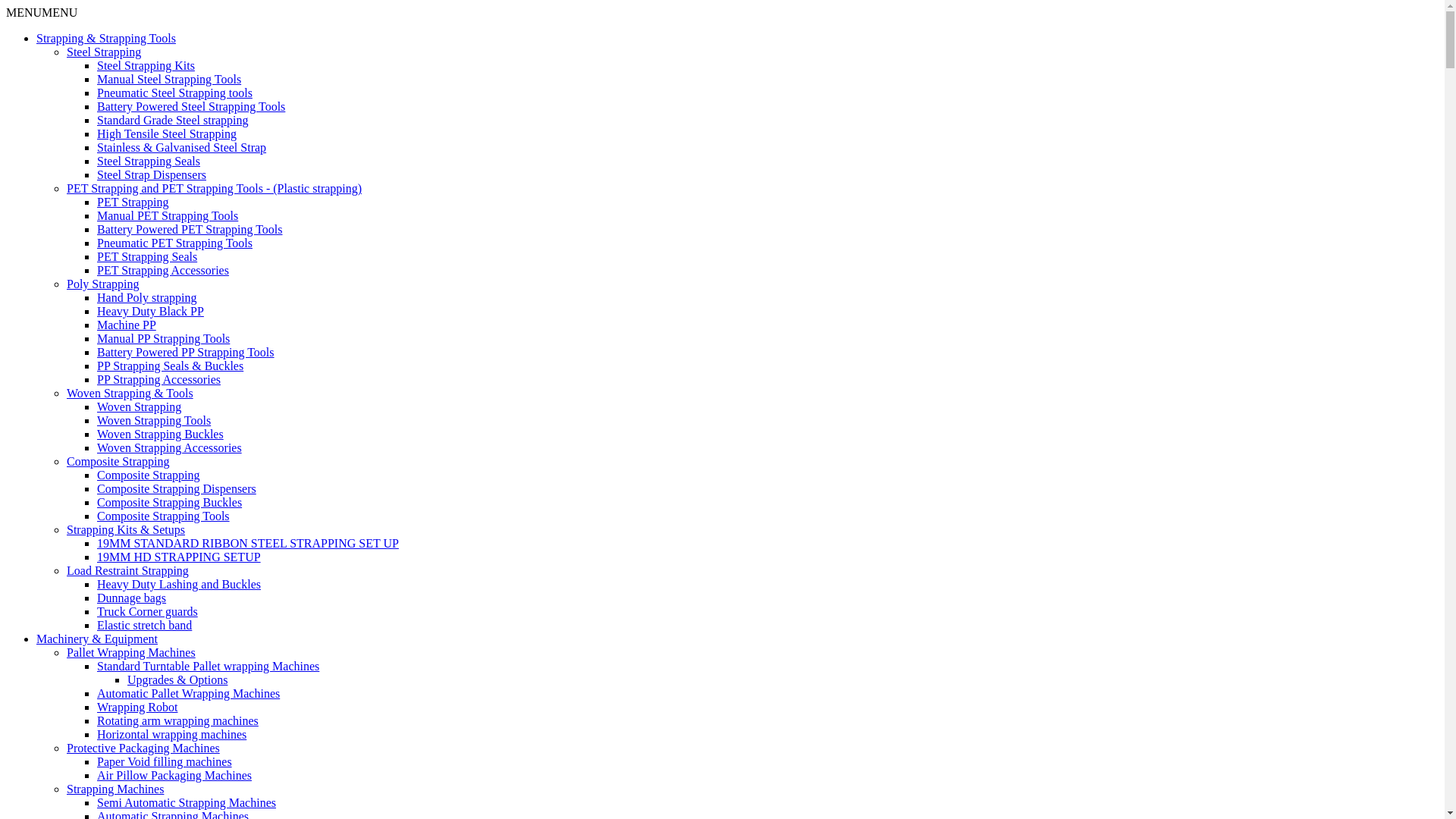 The image size is (1456, 819). I want to click on 'Heavy Duty Black PP', so click(150, 310).